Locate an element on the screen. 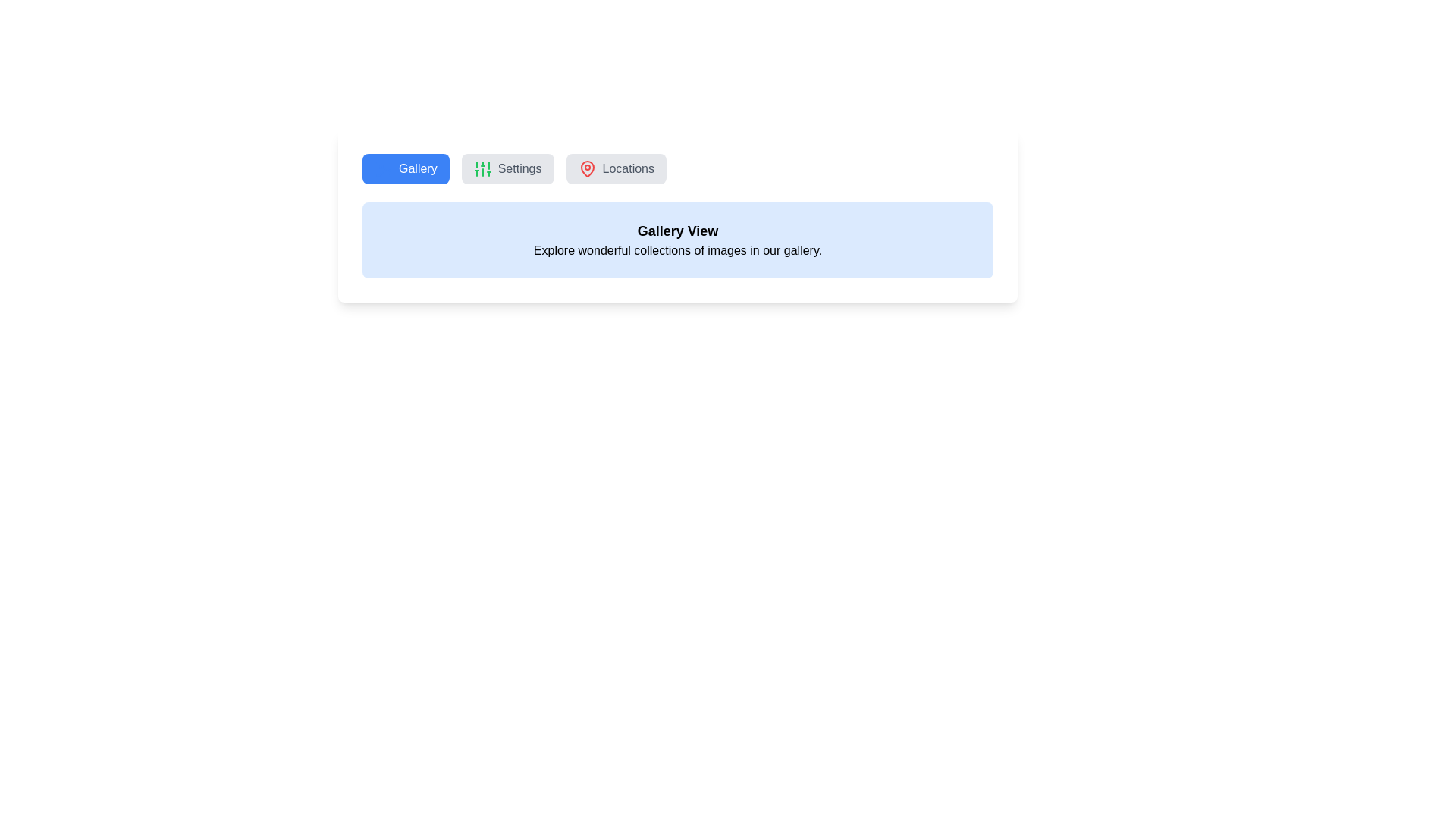  the icon of the Locations tab is located at coordinates (586, 169).